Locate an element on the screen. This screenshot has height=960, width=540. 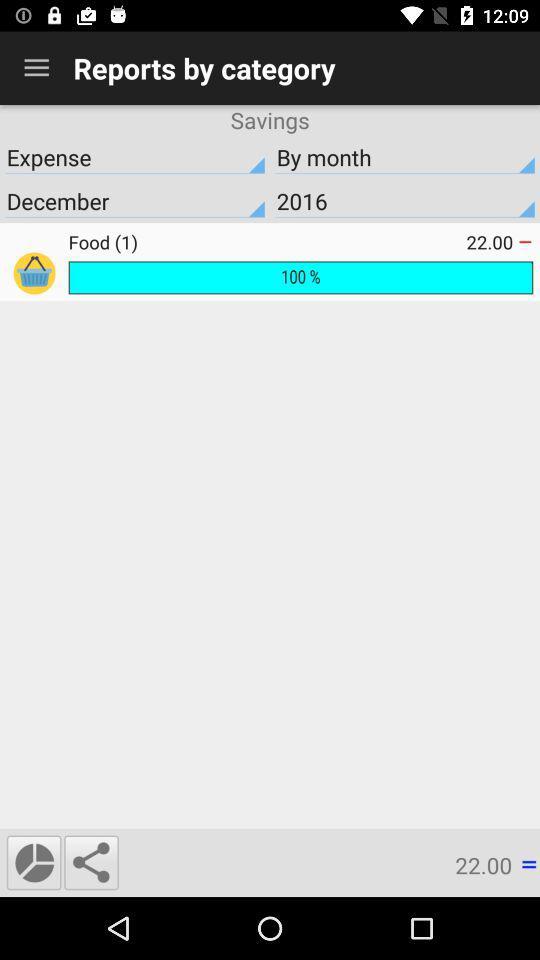
the food (1) icon is located at coordinates (267, 241).